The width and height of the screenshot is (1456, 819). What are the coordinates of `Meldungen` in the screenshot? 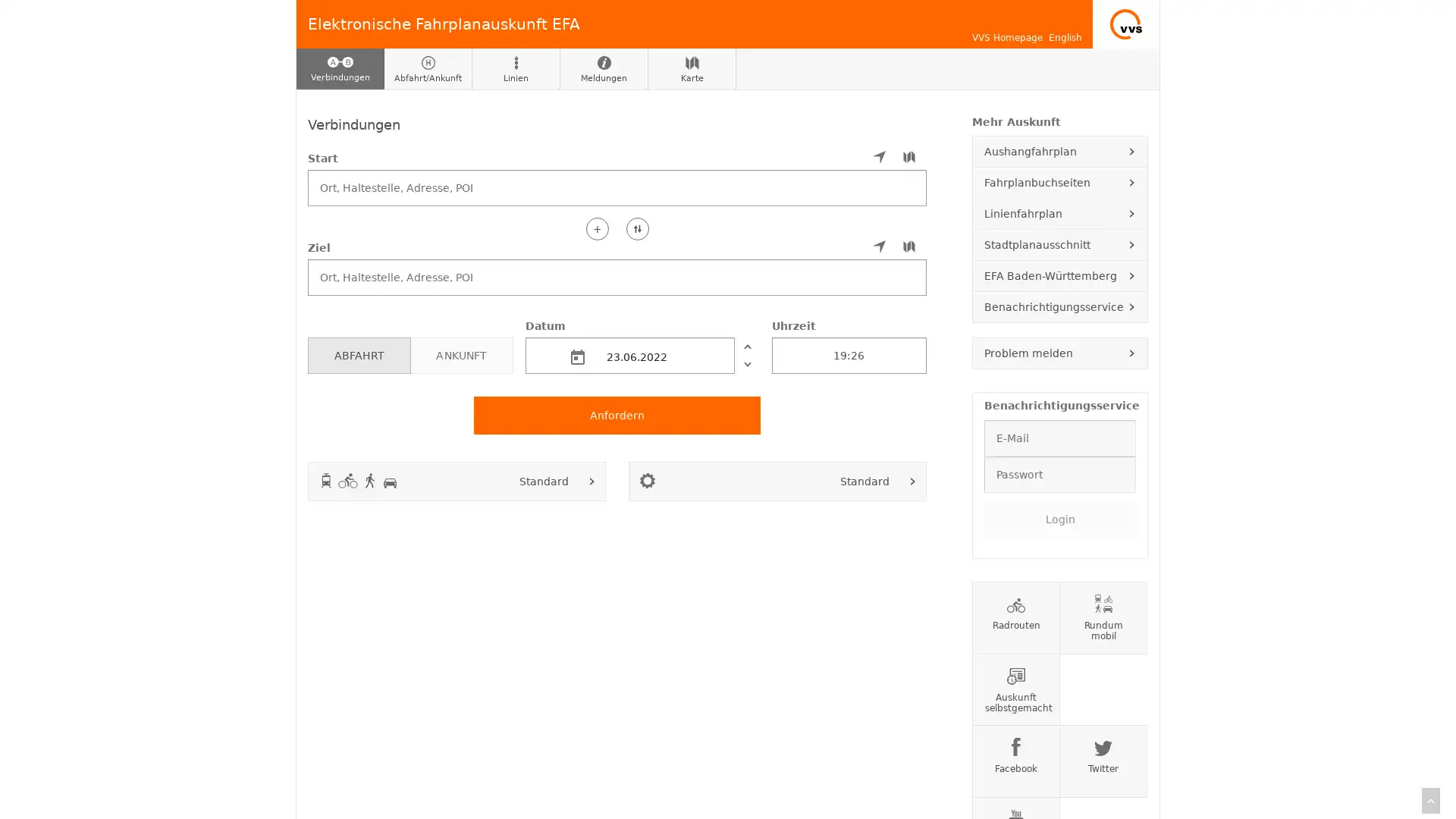 It's located at (603, 69).